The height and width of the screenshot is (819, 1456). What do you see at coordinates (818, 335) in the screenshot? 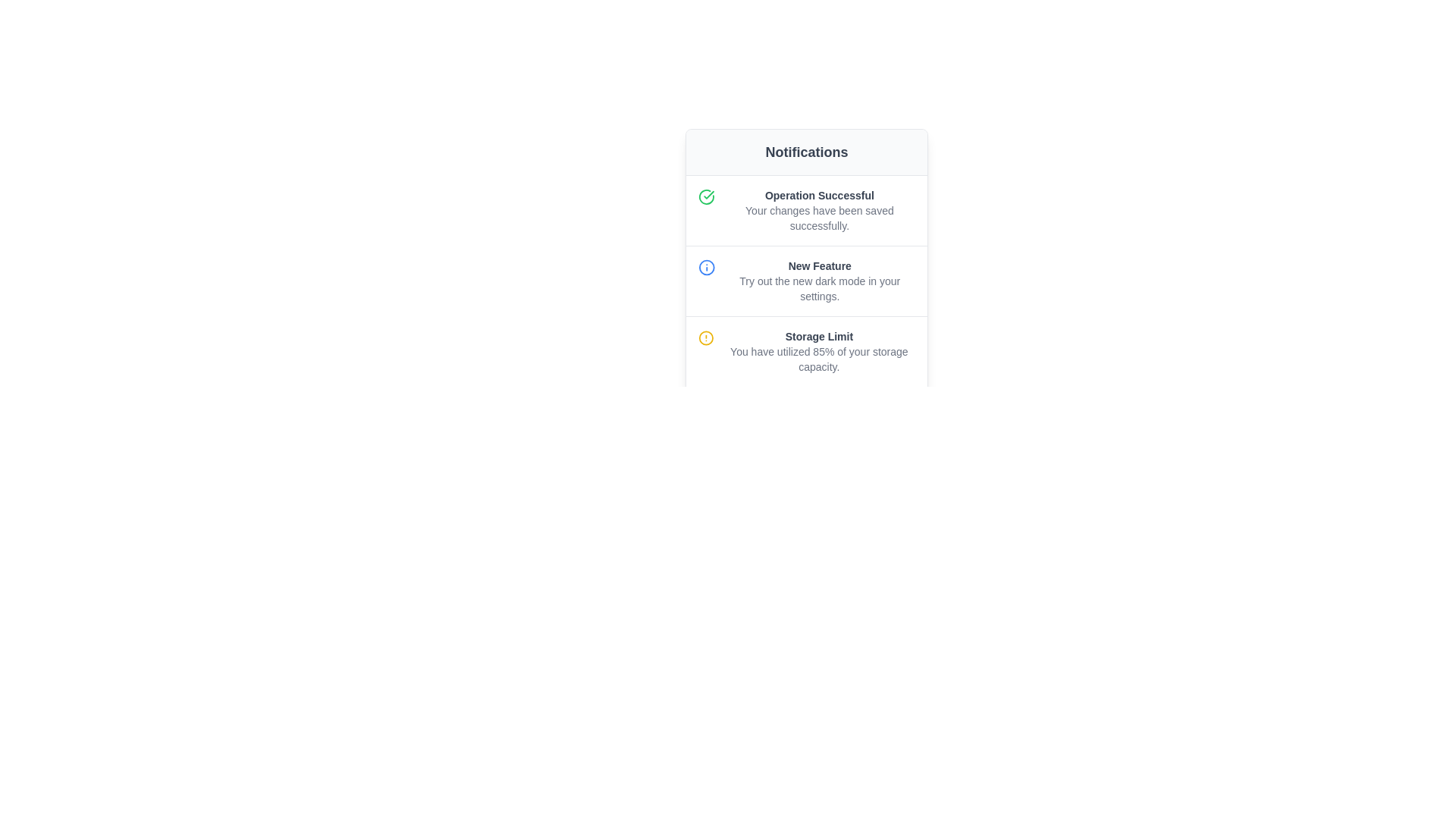
I see `the 'Storage Limit' text label displayed in bold grayish color on the third notification card` at bounding box center [818, 335].